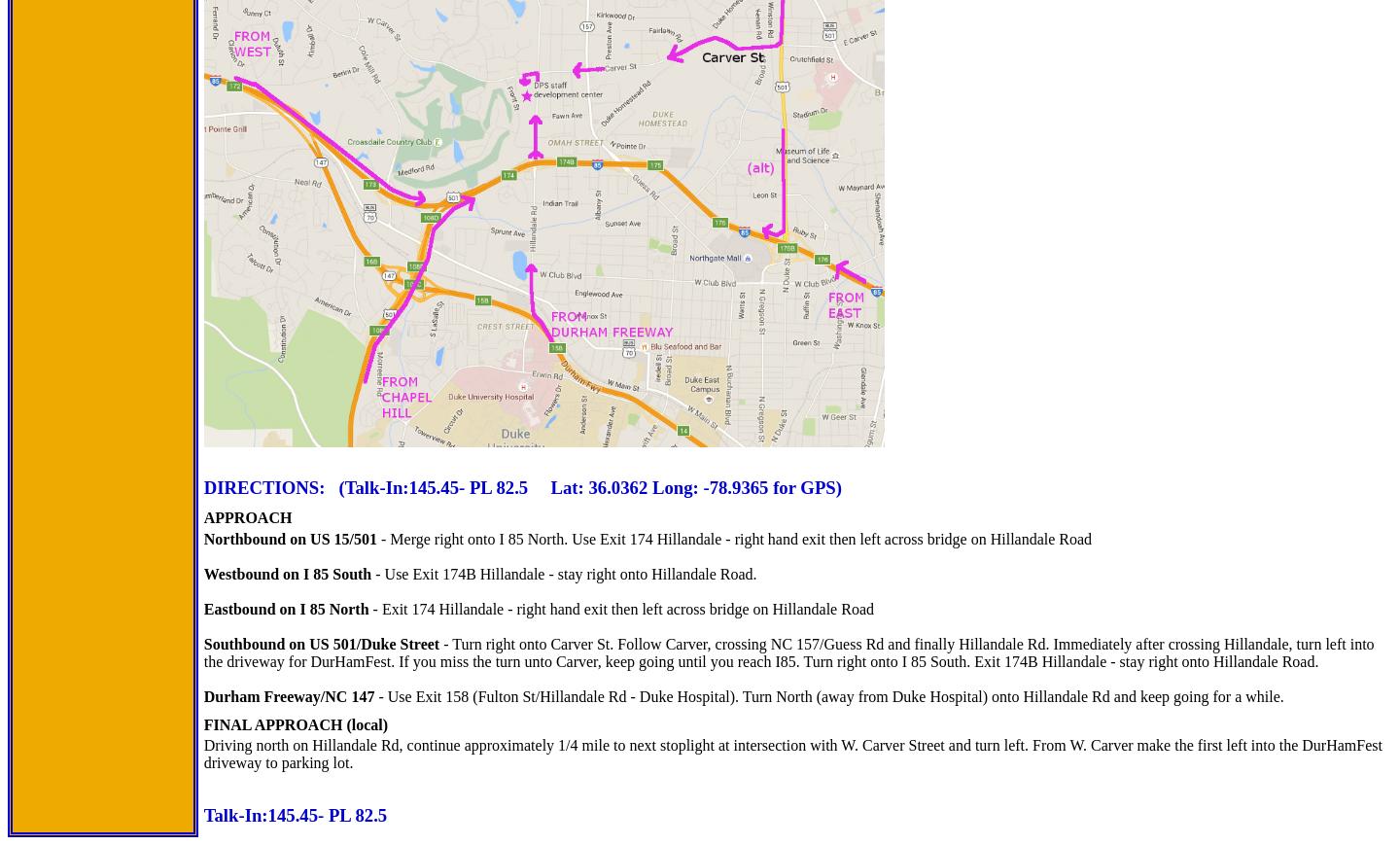 The height and width of the screenshot is (845, 1400). What do you see at coordinates (375, 538) in the screenshot?
I see `'- Merge right onto I 85 North. Use Exit 174 Hillandale - right hand exit then left across bridge on Hillandale Road'` at bounding box center [375, 538].